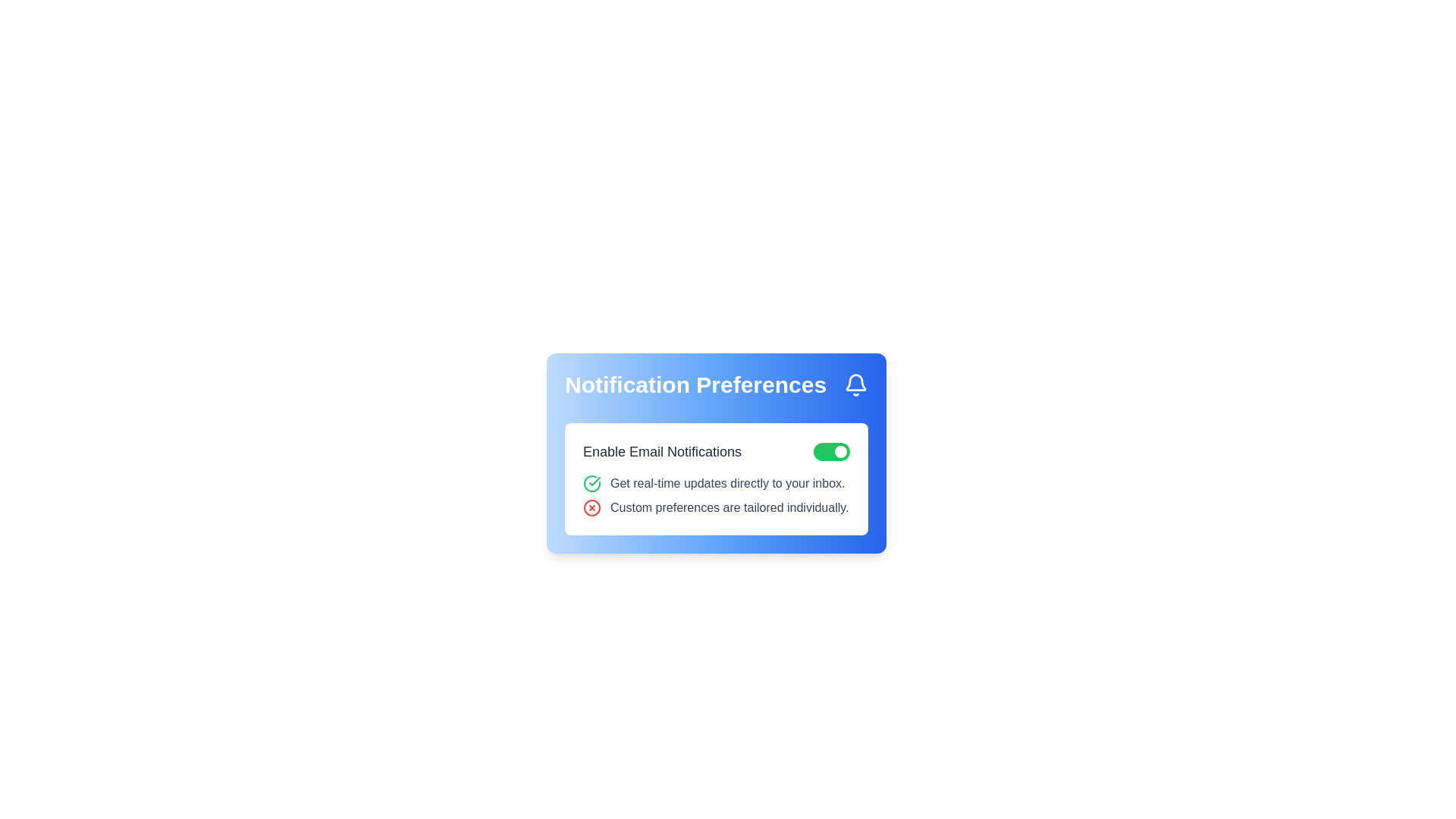  What do you see at coordinates (839, 451) in the screenshot?
I see `the circular toggle handle located on the rightmost side of the toggle switch in the 'Enable Email Notifications' section` at bounding box center [839, 451].